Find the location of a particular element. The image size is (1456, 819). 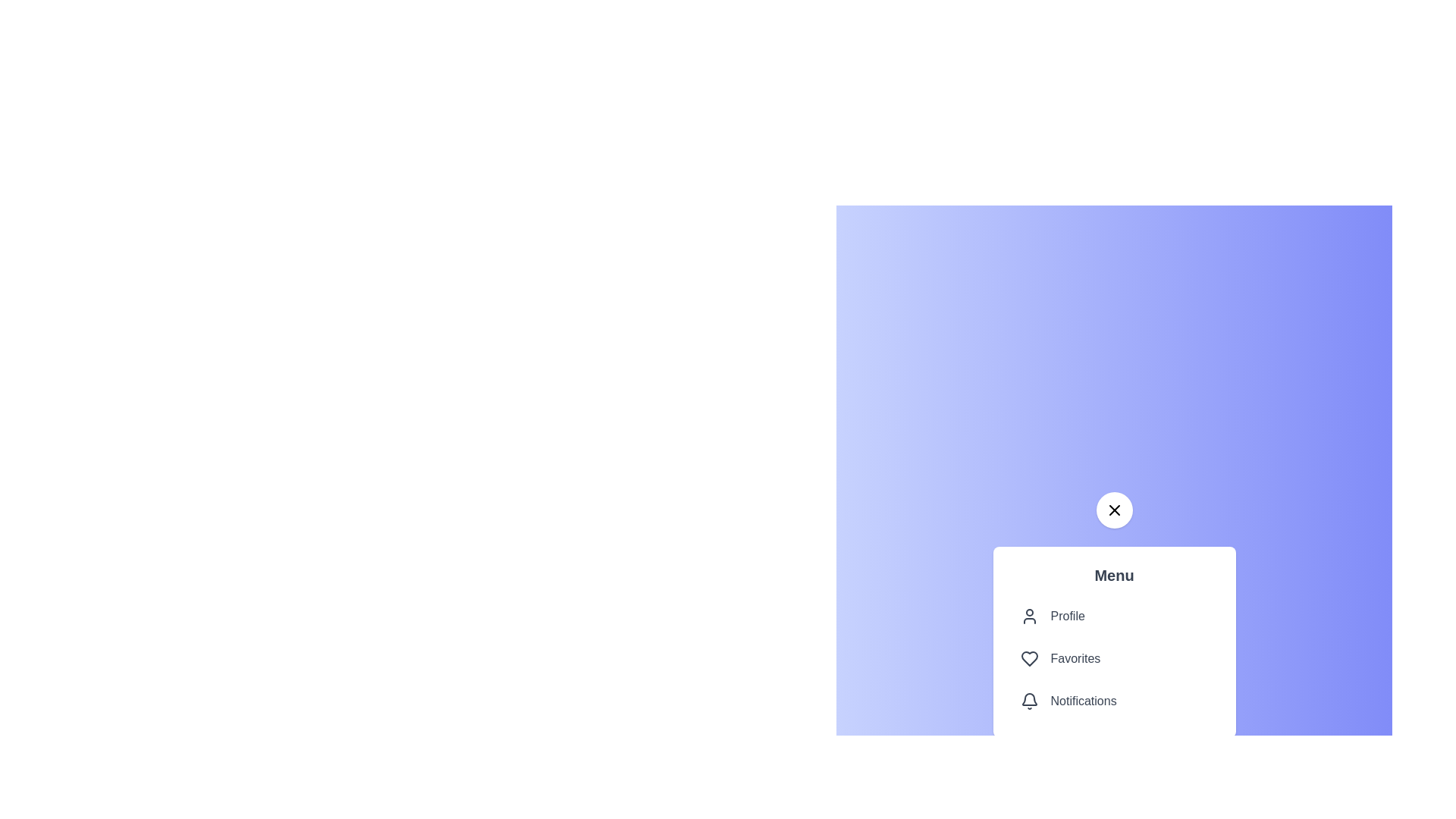

the menu option Notifications by clicking on it is located at coordinates (1114, 701).